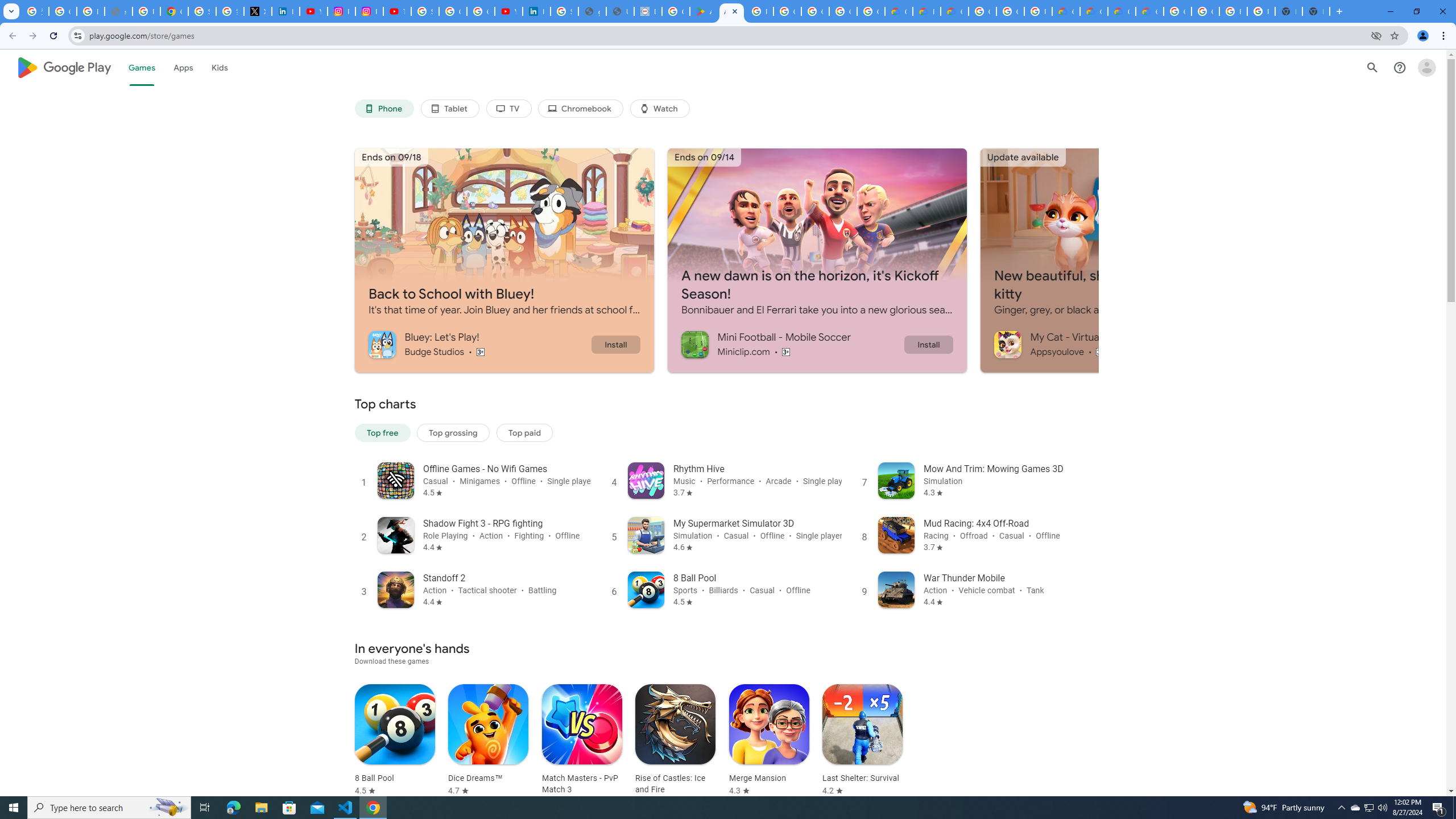 The height and width of the screenshot is (819, 1456). I want to click on 'Google Cloud Platform', so click(1205, 11).